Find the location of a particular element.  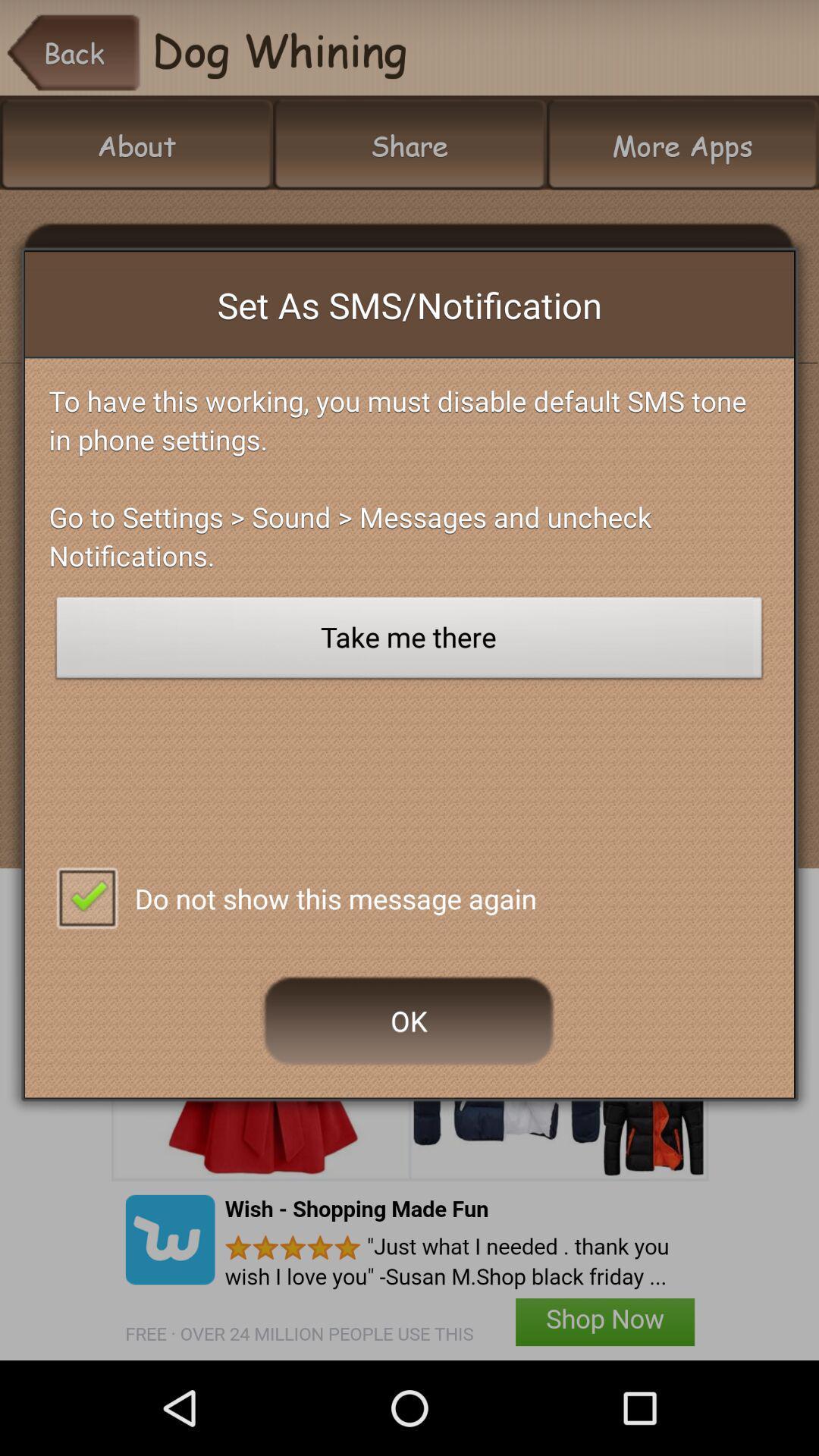

check/uncheck message notification is located at coordinates (86, 896).